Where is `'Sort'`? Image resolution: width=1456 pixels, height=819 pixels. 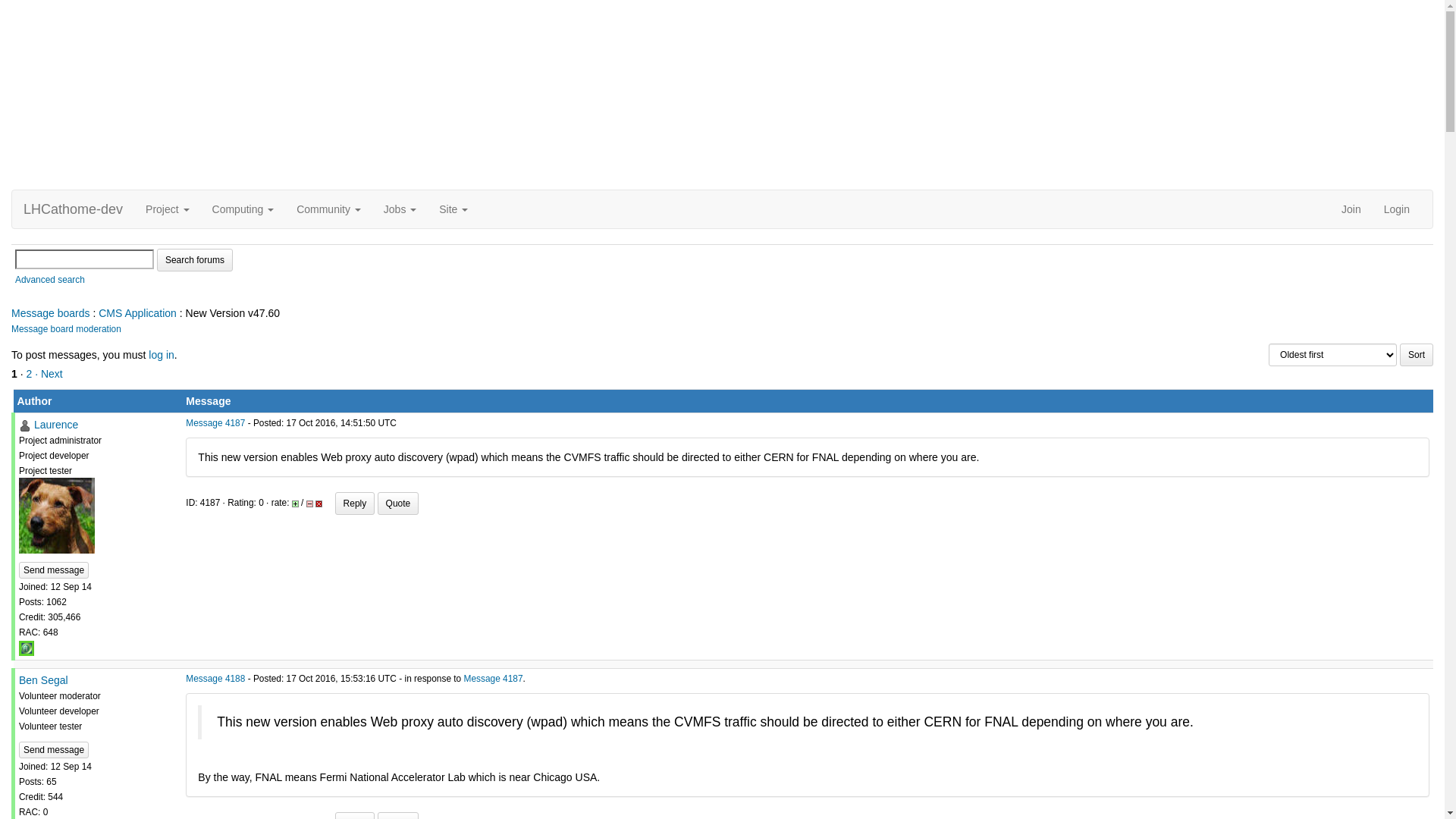 'Sort' is located at coordinates (1415, 354).